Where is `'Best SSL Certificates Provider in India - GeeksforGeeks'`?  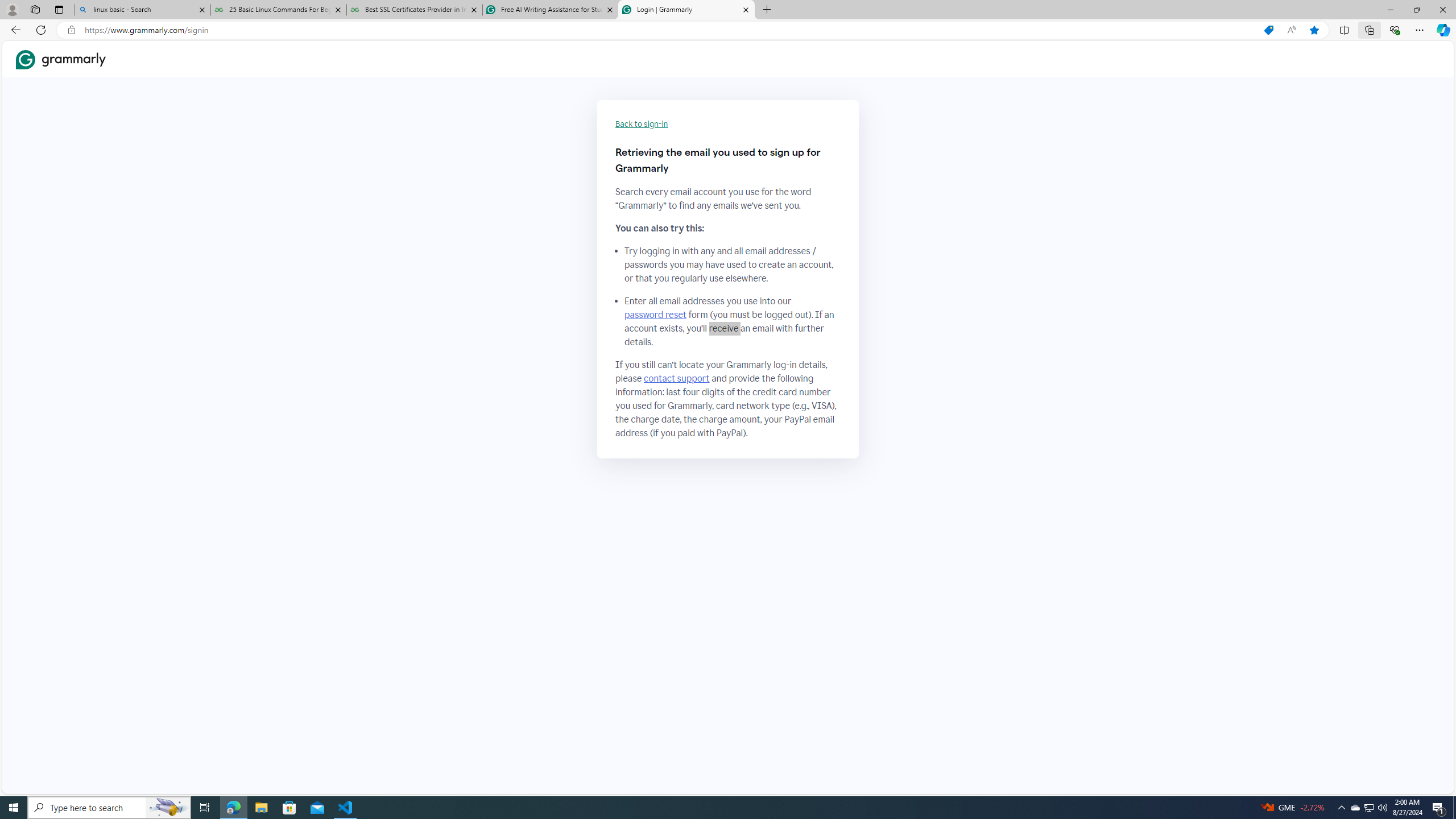 'Best SSL Certificates Provider in India - GeeksforGeeks' is located at coordinates (415, 9).